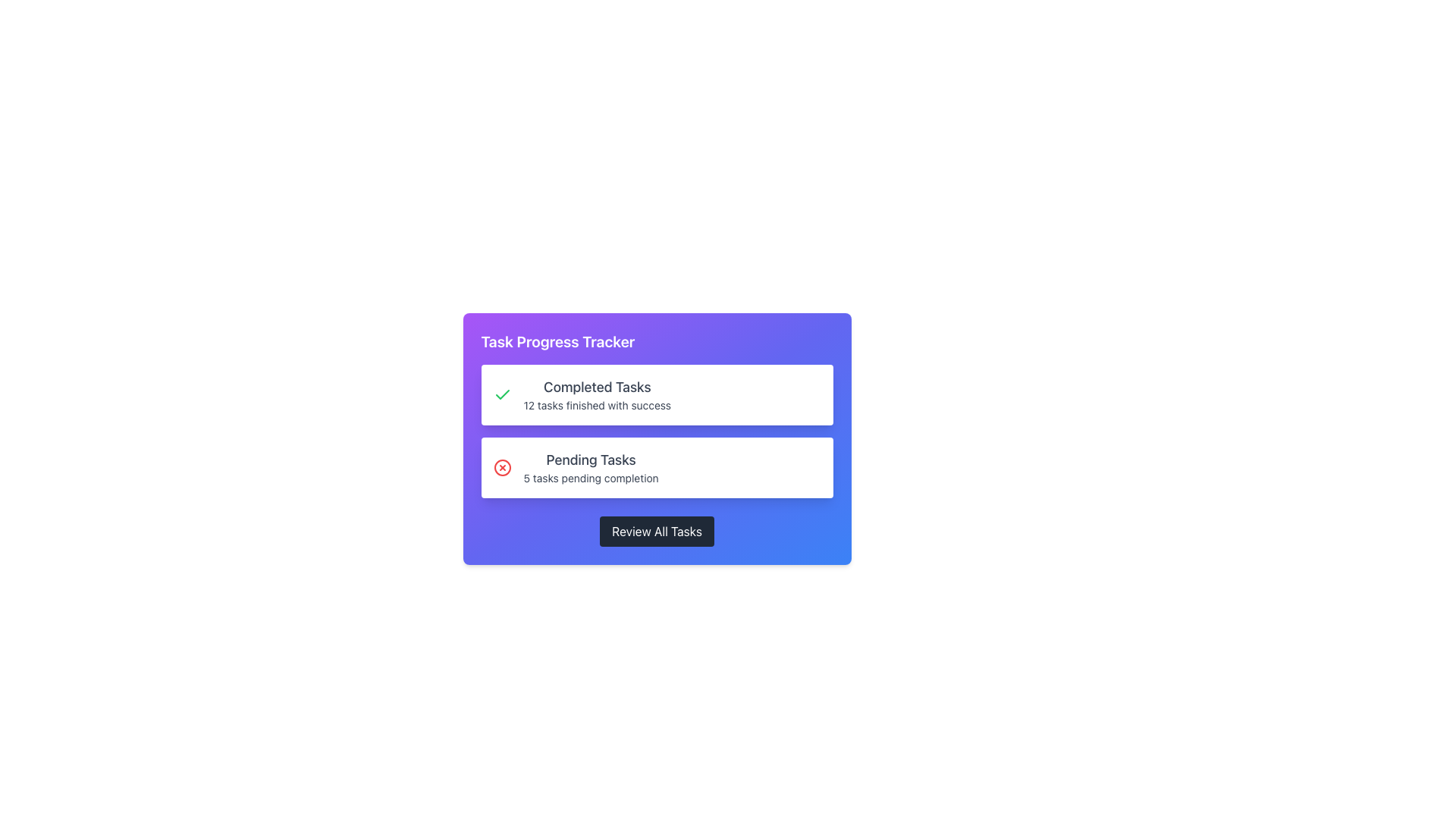 The image size is (1456, 819). What do you see at coordinates (657, 394) in the screenshot?
I see `the Information Card that summarizes completed tasks, located above the 'Pending Tasks' card in the 'Task Progress Tracker' section` at bounding box center [657, 394].